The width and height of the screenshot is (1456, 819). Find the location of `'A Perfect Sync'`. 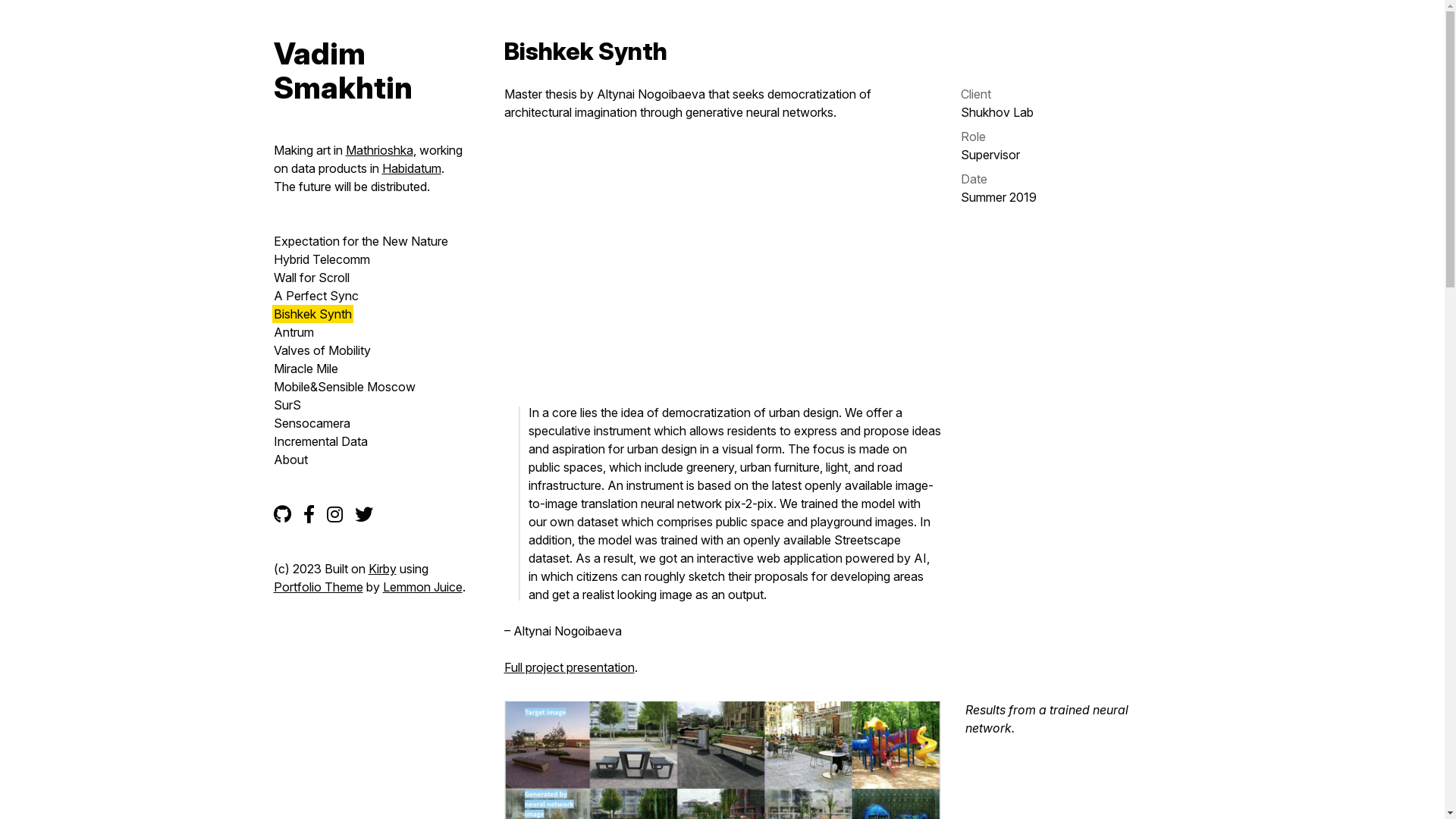

'A Perfect Sync' is located at coordinates (315, 295).